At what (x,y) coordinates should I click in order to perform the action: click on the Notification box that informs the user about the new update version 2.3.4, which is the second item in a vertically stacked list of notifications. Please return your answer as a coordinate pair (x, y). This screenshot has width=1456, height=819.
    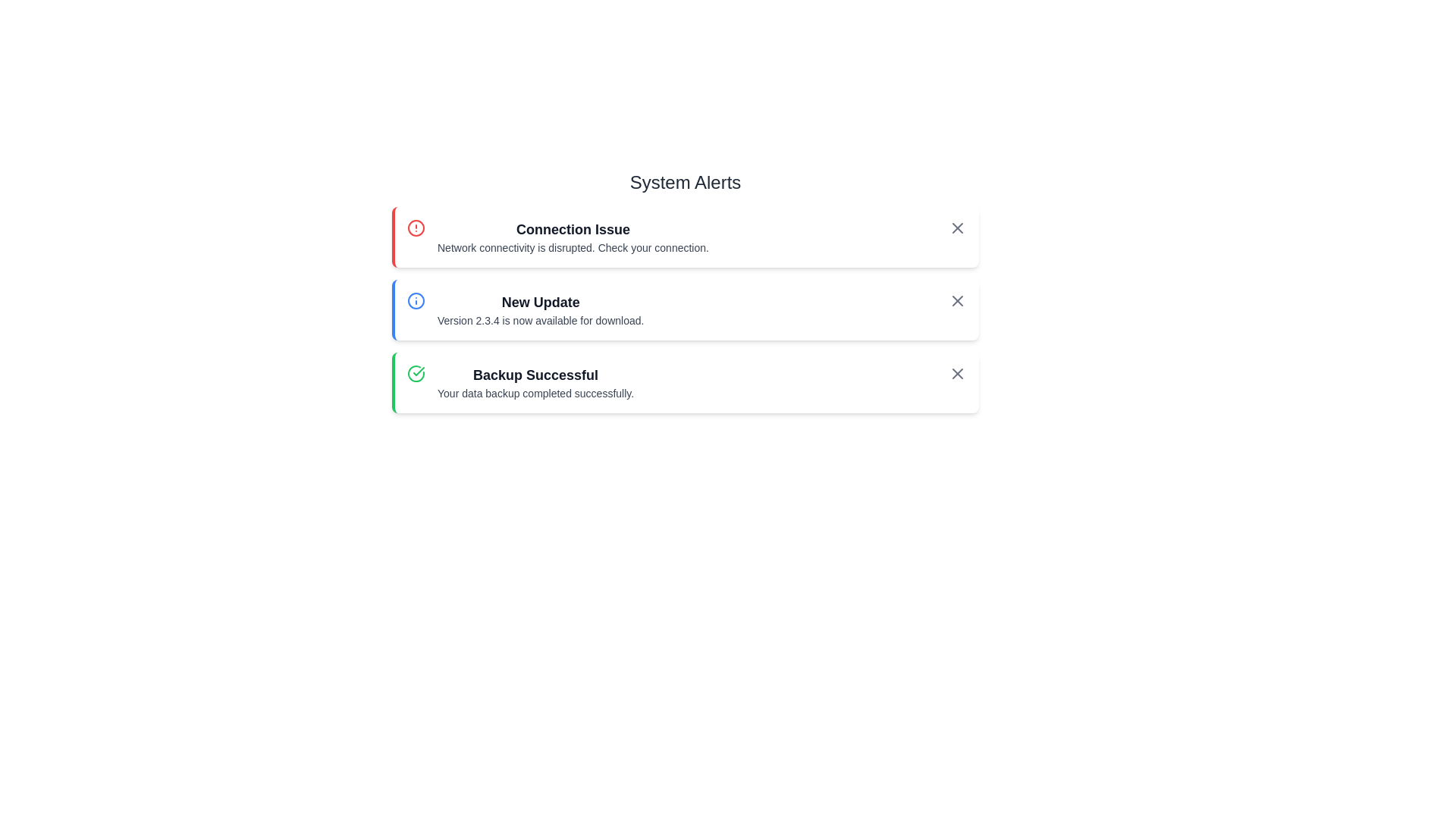
    Looking at the image, I should click on (684, 309).